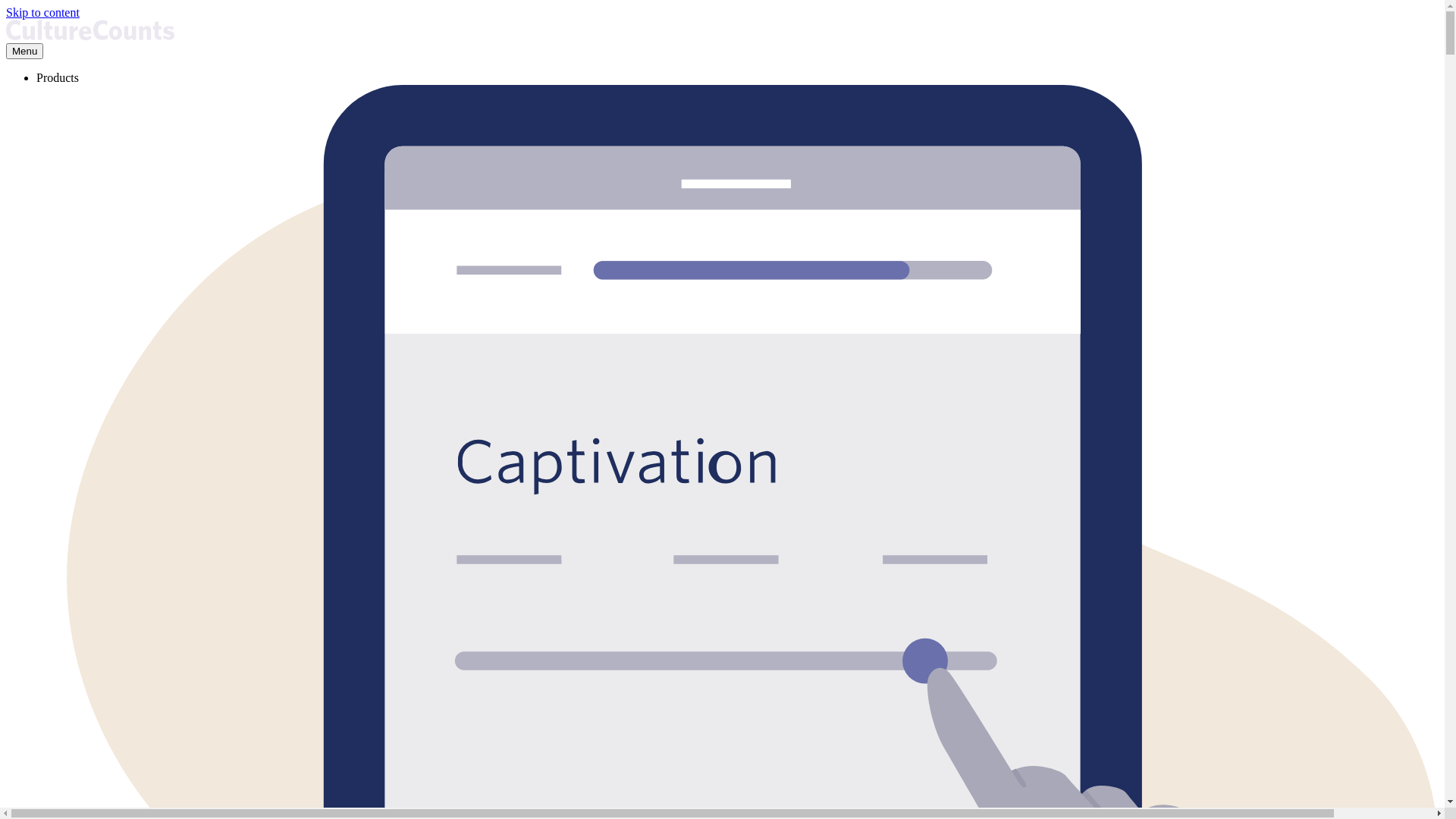 This screenshot has height=819, width=1456. What do you see at coordinates (58, 77) in the screenshot?
I see `'Products'` at bounding box center [58, 77].